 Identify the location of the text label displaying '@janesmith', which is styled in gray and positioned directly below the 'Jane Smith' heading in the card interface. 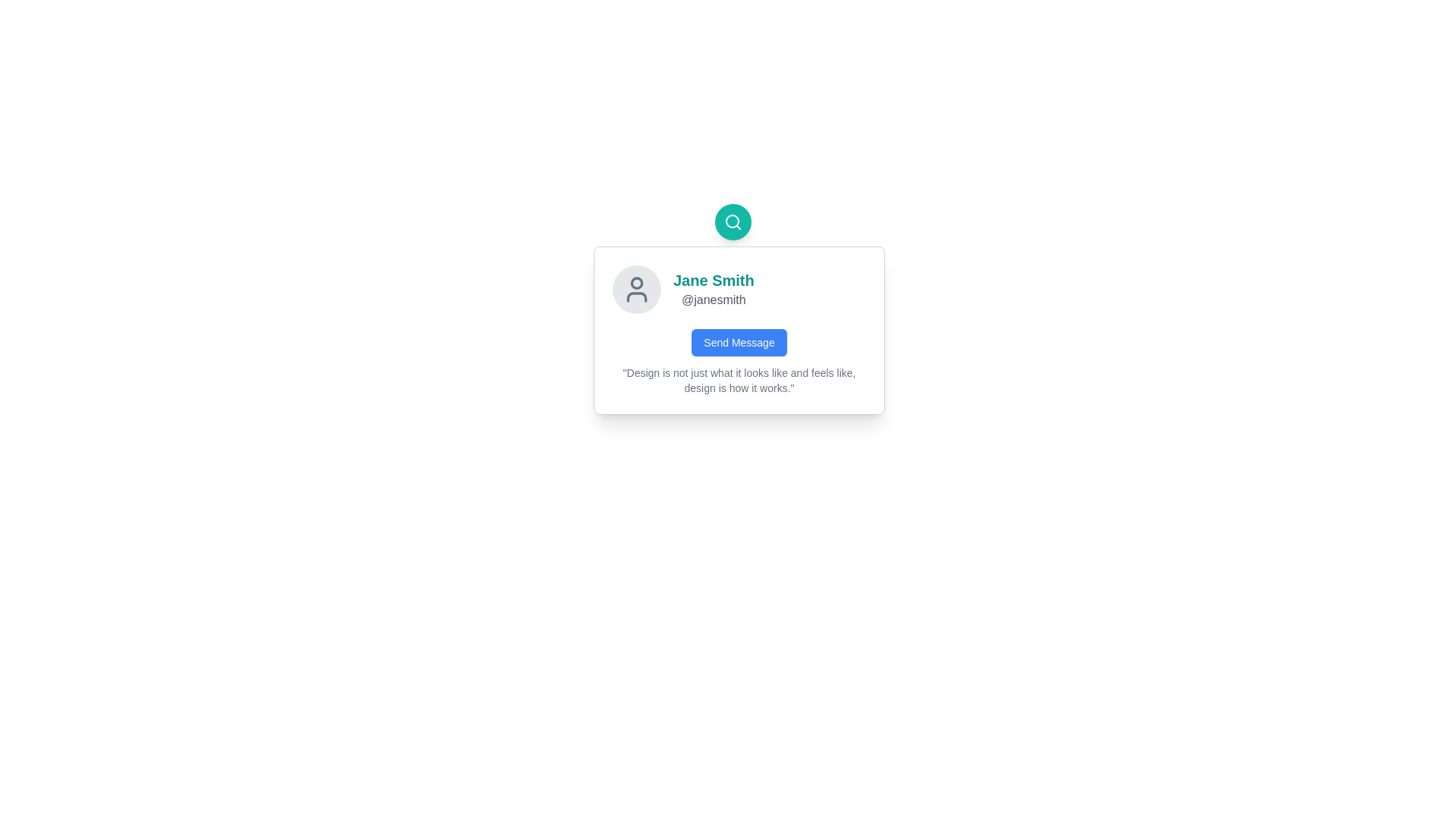
(713, 300).